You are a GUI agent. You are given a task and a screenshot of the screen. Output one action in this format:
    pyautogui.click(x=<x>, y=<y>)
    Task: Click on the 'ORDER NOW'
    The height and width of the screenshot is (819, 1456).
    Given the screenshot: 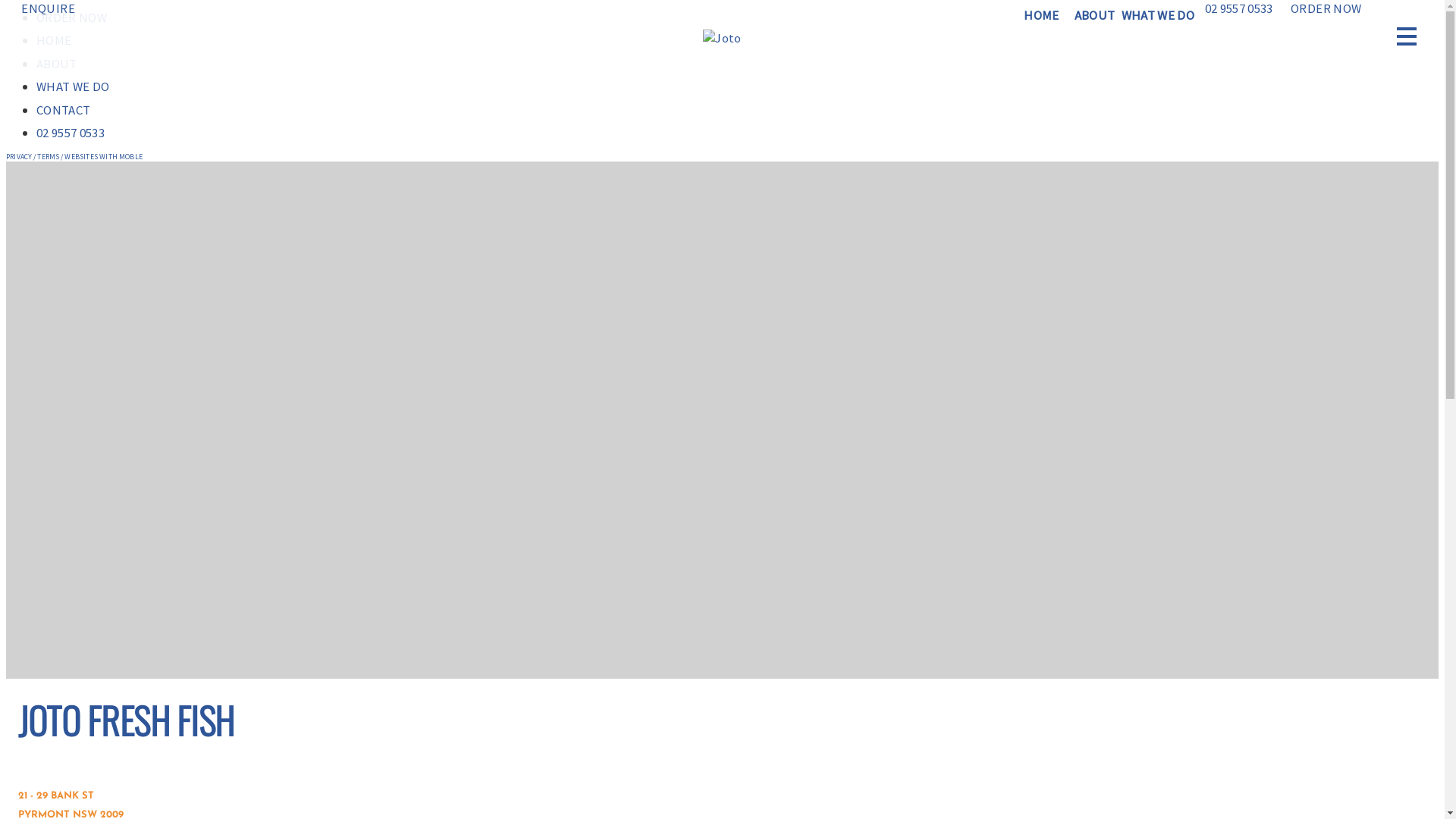 What is the action you would take?
    pyautogui.click(x=36, y=17)
    